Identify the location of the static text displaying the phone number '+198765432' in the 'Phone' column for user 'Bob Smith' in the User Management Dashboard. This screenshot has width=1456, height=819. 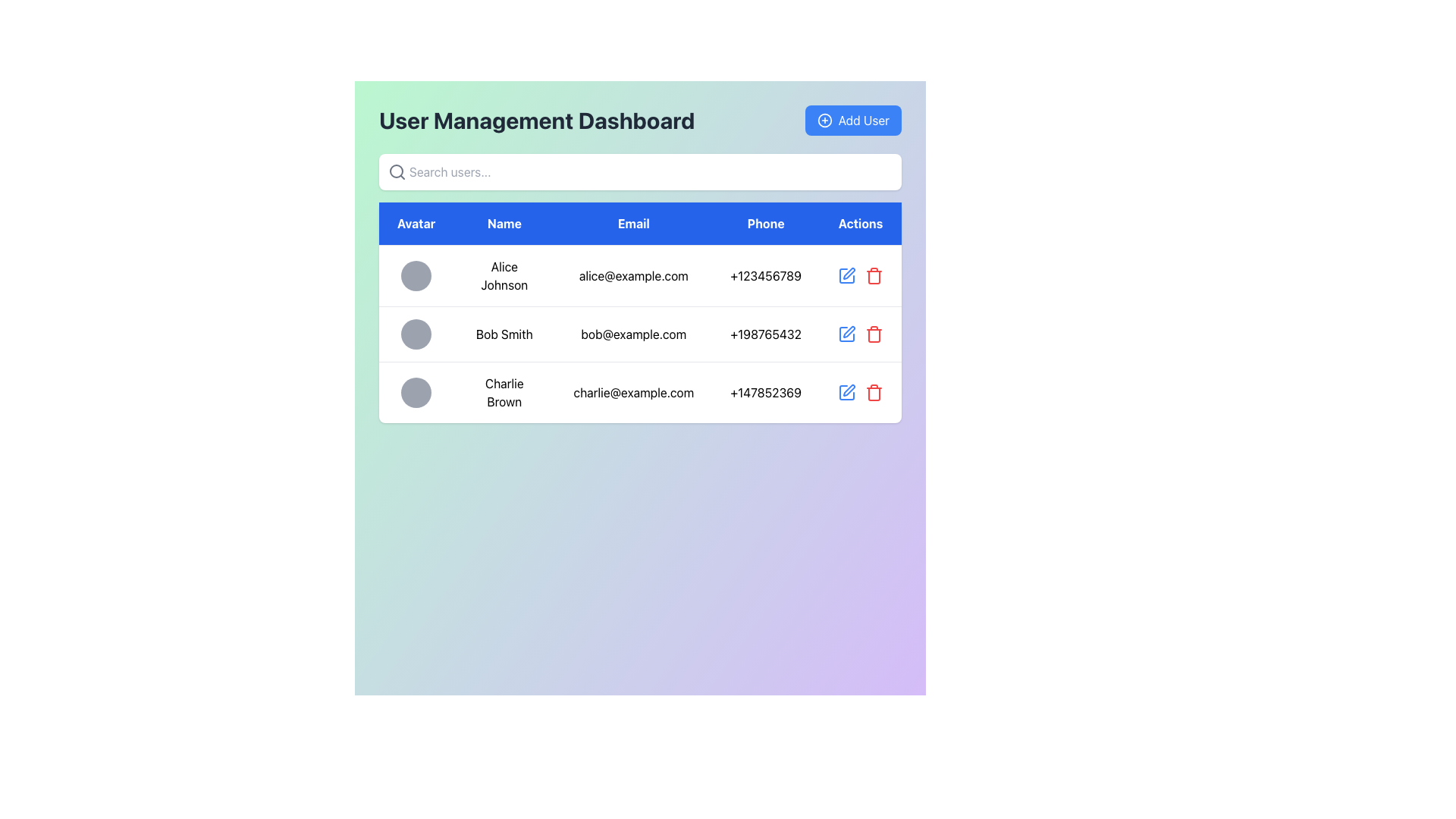
(766, 333).